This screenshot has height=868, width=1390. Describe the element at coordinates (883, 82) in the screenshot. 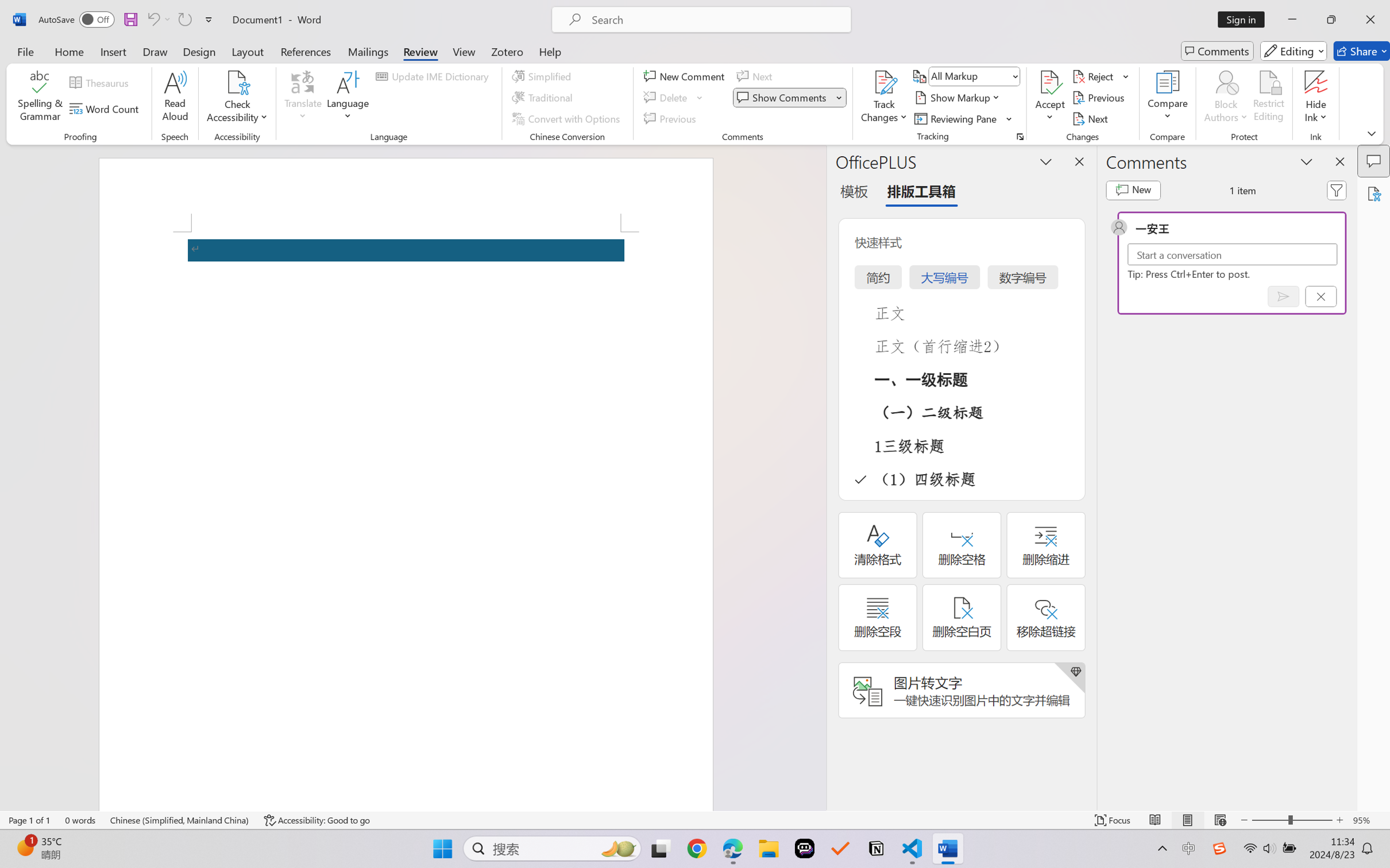

I see `'Track Changes'` at that location.